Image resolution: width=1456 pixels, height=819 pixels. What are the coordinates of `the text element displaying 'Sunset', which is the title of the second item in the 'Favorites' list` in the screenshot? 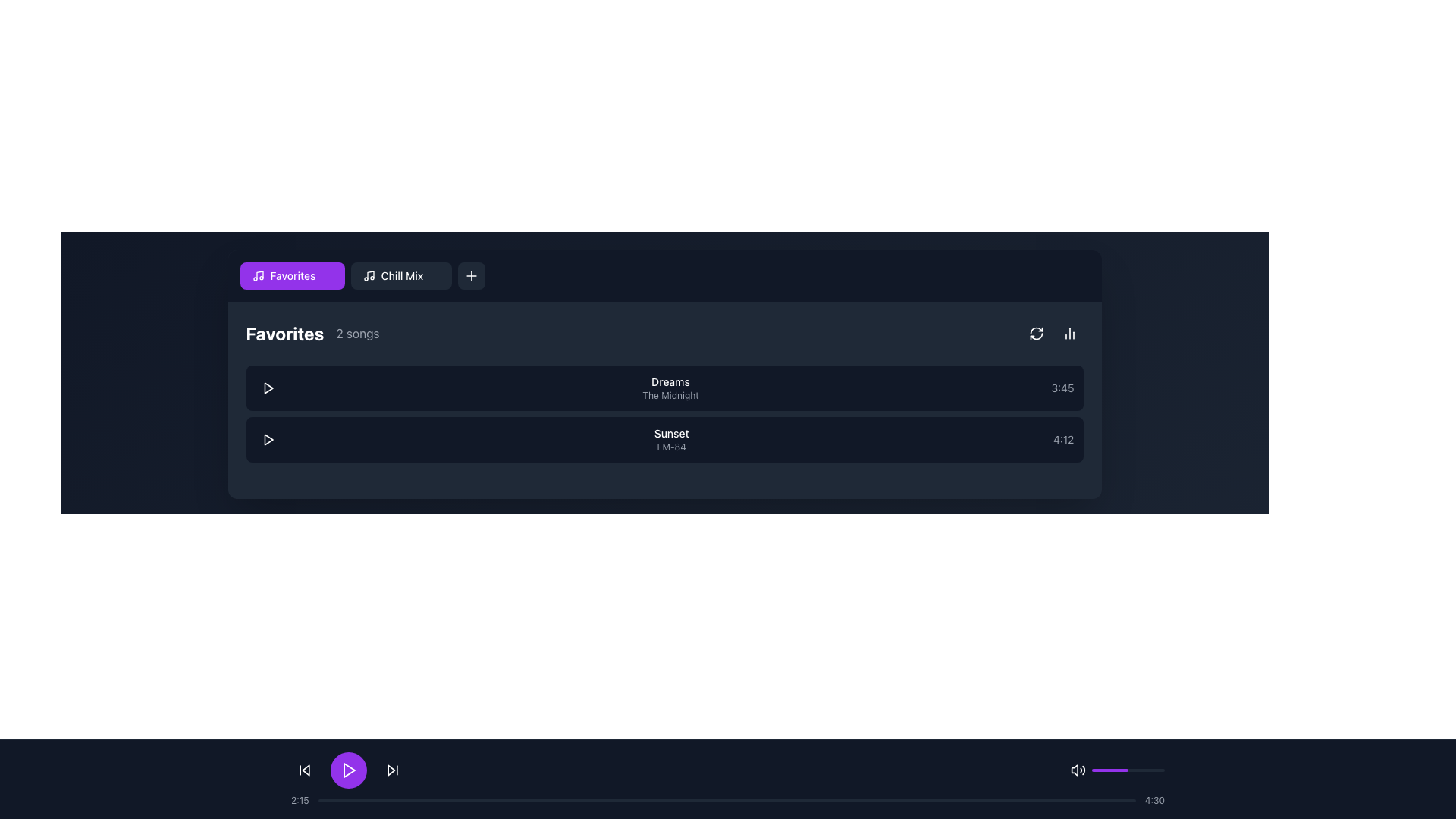 It's located at (670, 433).